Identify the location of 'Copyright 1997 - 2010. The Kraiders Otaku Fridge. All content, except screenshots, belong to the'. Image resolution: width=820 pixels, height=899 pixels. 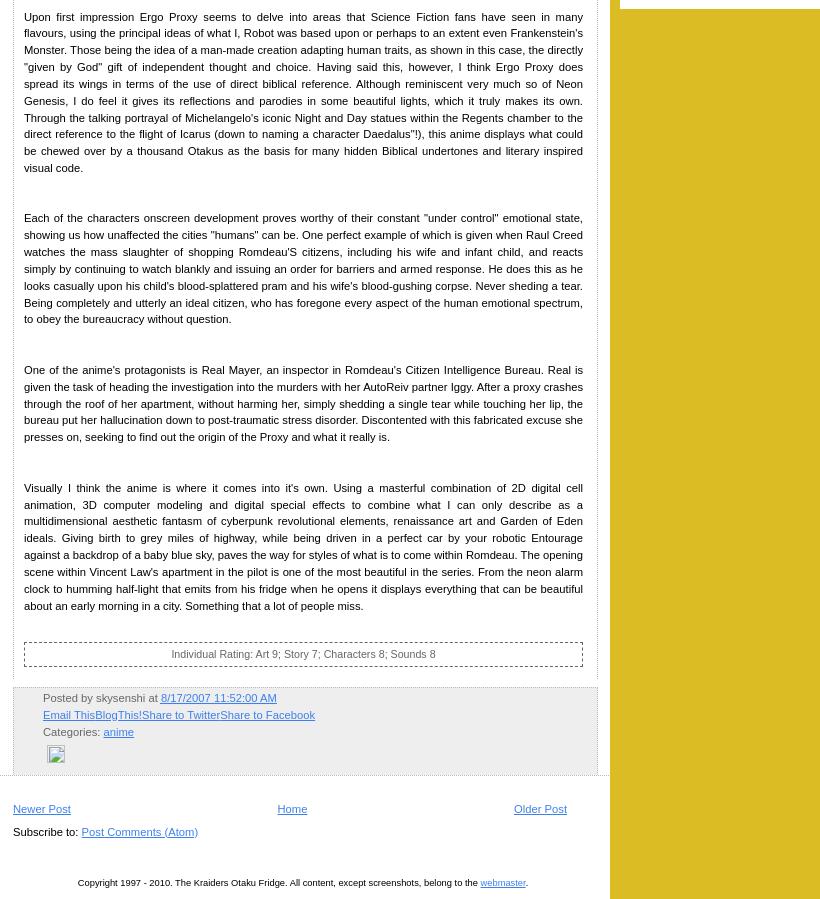
(278, 882).